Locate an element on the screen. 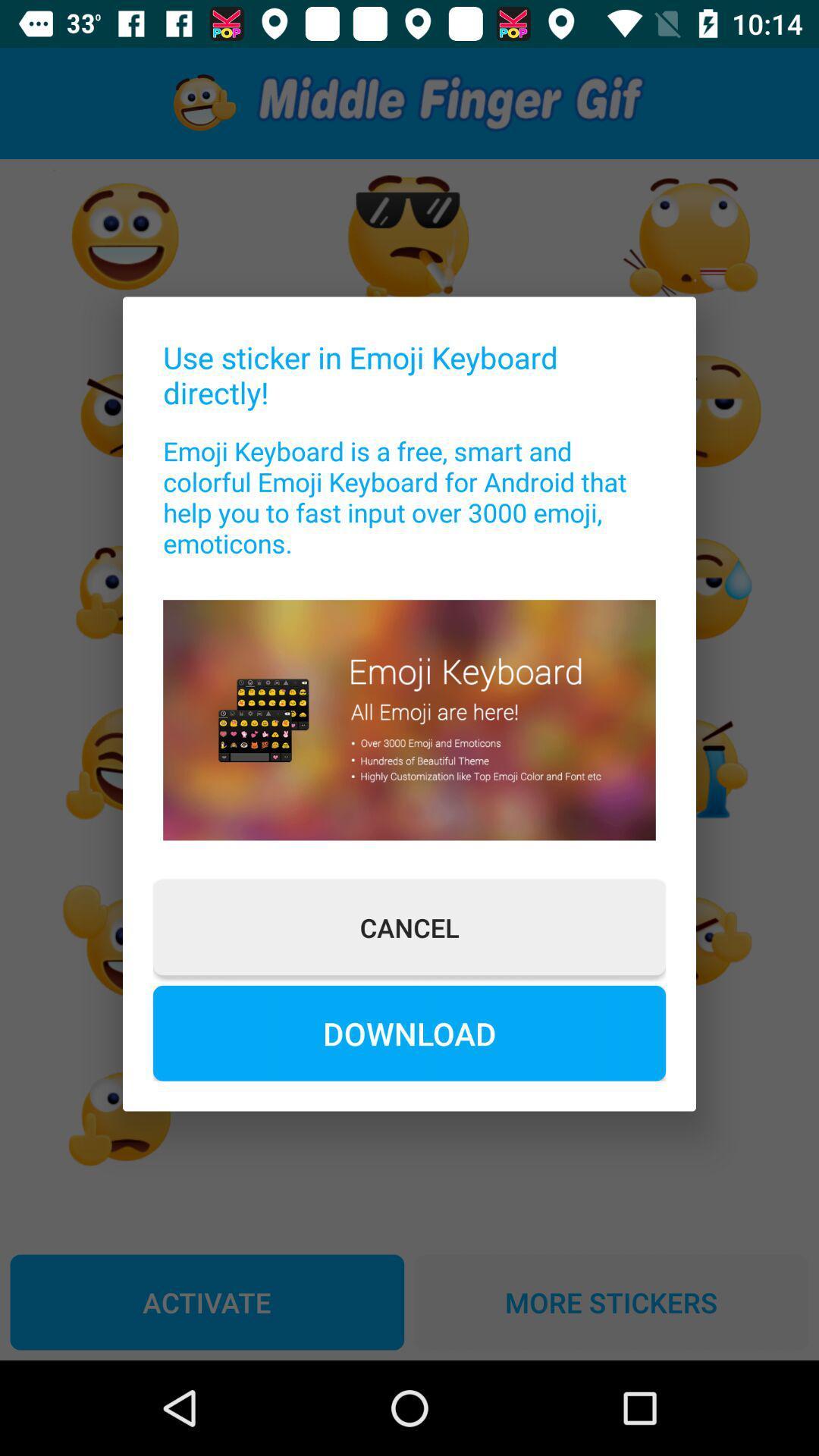 This screenshot has height=1456, width=819. the item below cancel item is located at coordinates (409, 1032).